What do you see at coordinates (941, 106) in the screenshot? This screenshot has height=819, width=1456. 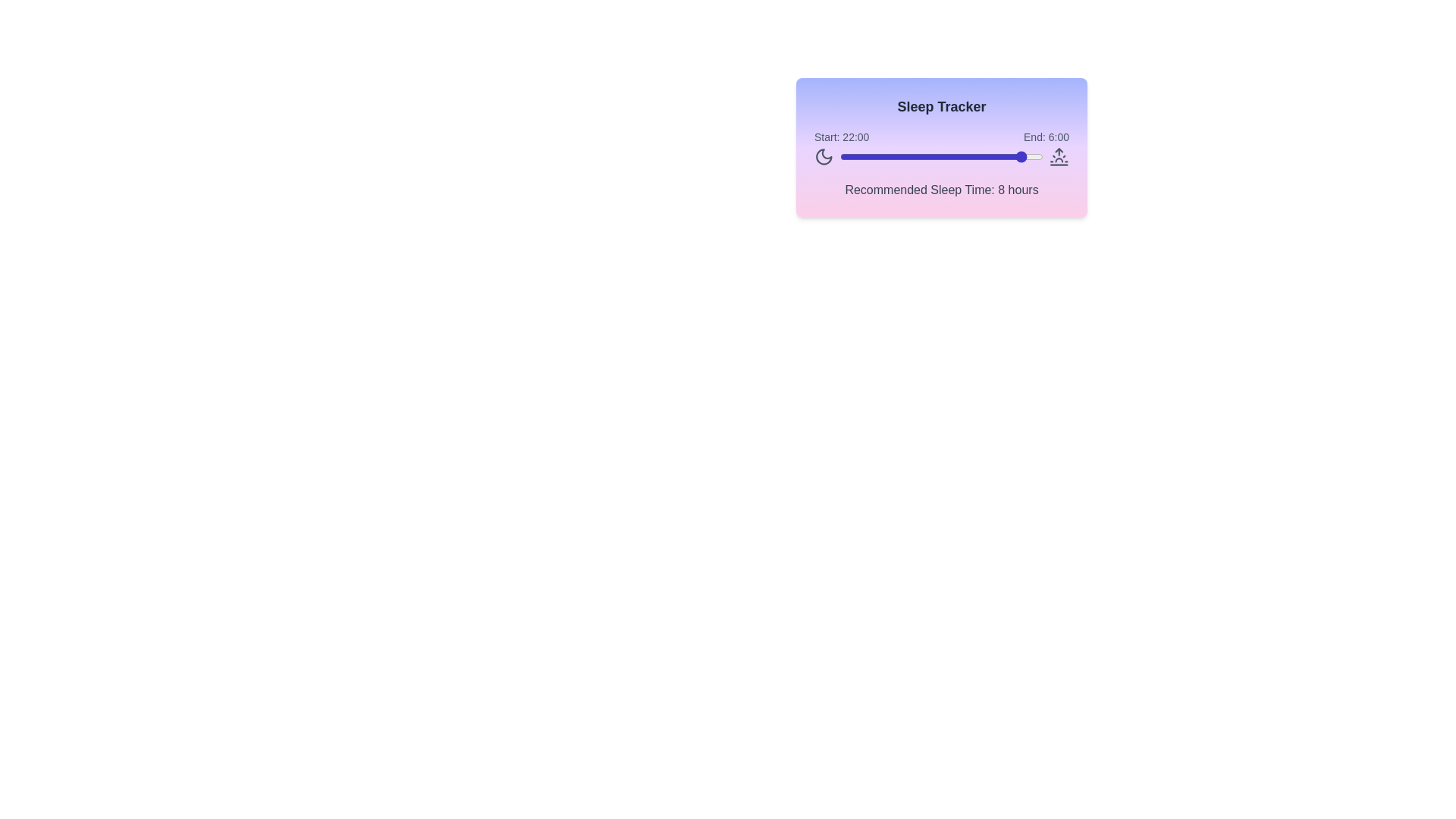 I see `the header text 'Sleep Tracker' by clicking on its center` at bounding box center [941, 106].